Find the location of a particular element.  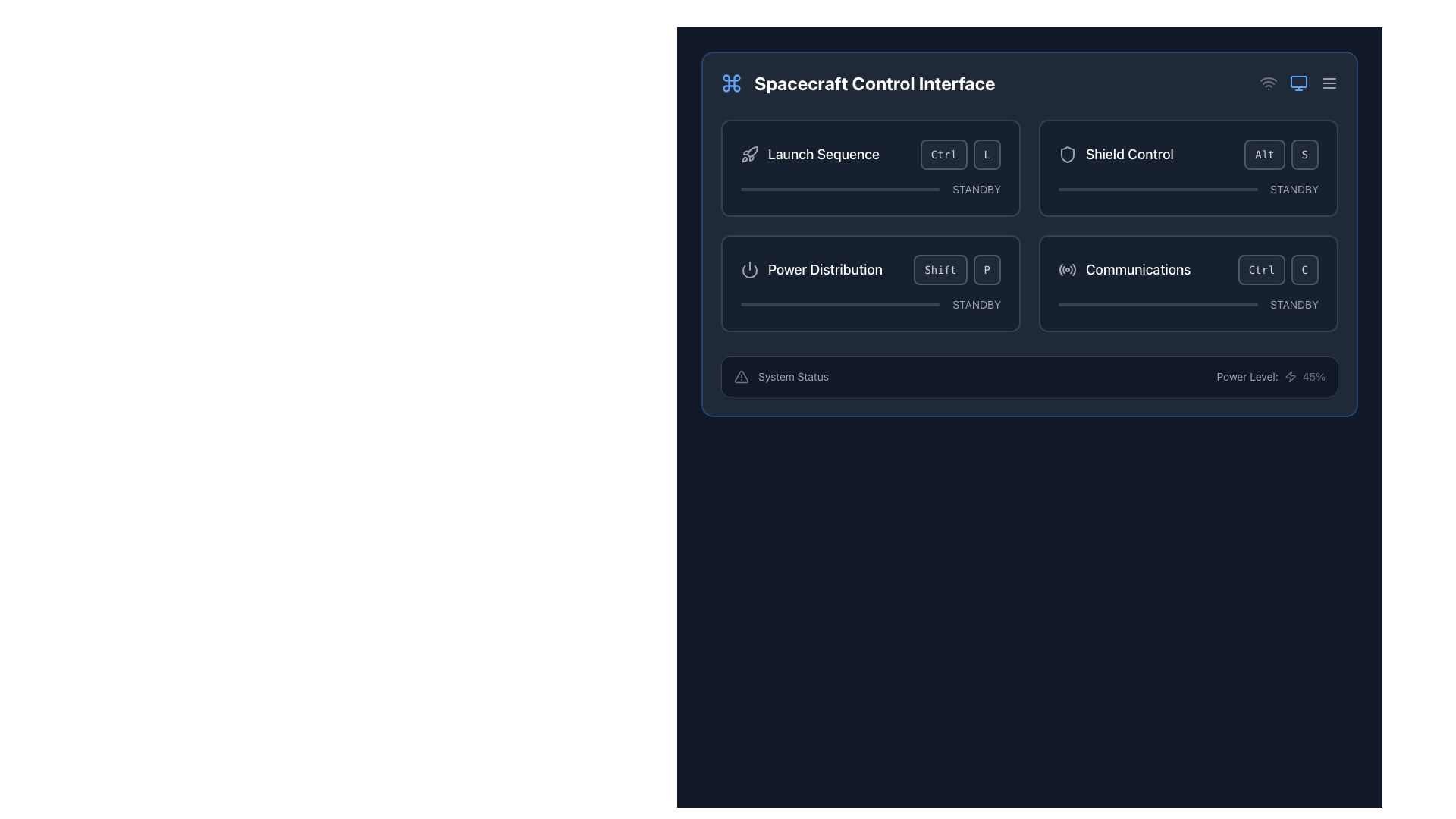

the Text with icon related to power distribution in the Spacecraft Control Interface is located at coordinates (811, 268).